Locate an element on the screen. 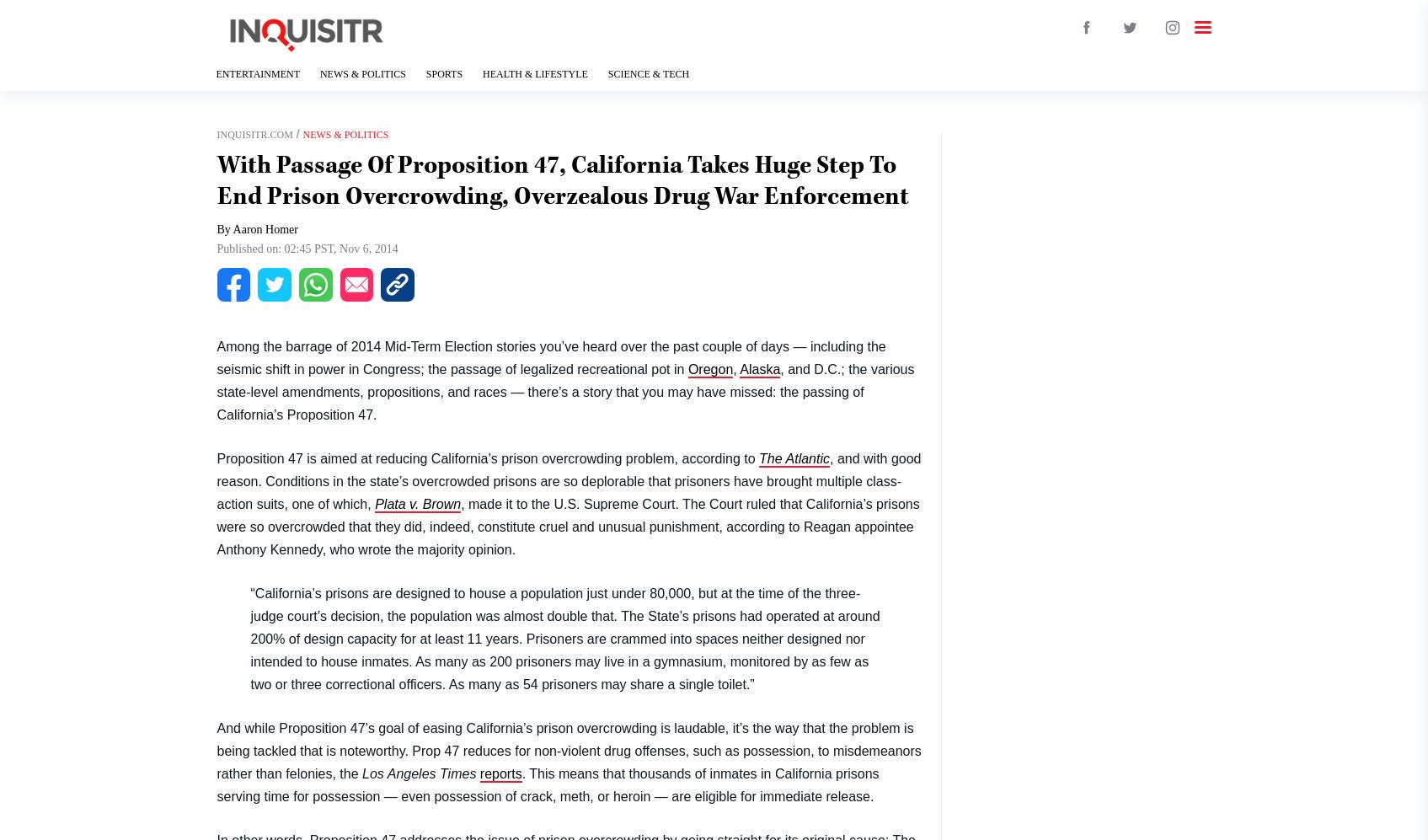 The width and height of the screenshot is (1428, 840). '. This means that thousands of inmates in California prisons serving time for possession — even possession of crack, meth, or heroin — are eligible for immediate release.' is located at coordinates (547, 784).